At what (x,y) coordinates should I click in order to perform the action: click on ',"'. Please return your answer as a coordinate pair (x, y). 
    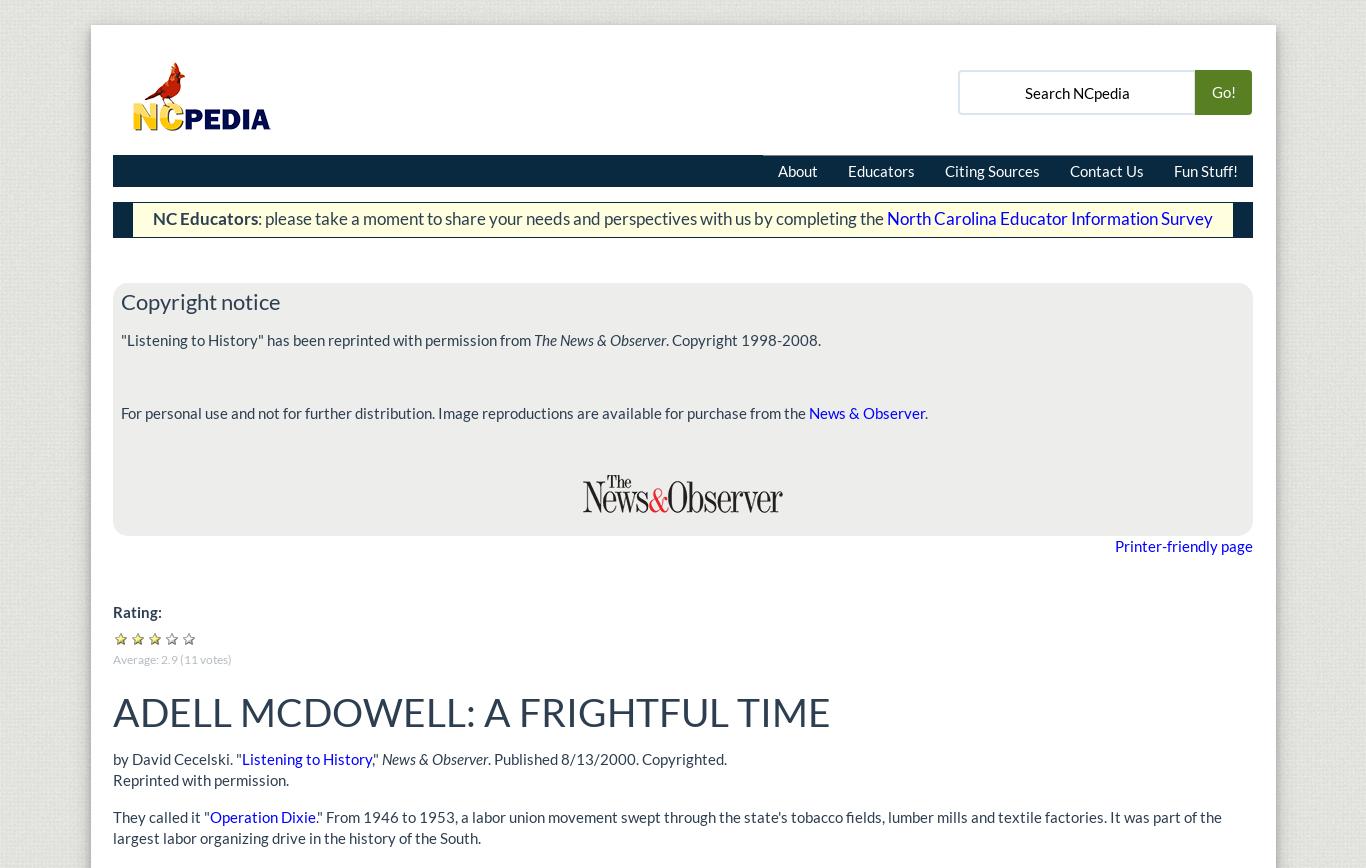
    Looking at the image, I should click on (376, 758).